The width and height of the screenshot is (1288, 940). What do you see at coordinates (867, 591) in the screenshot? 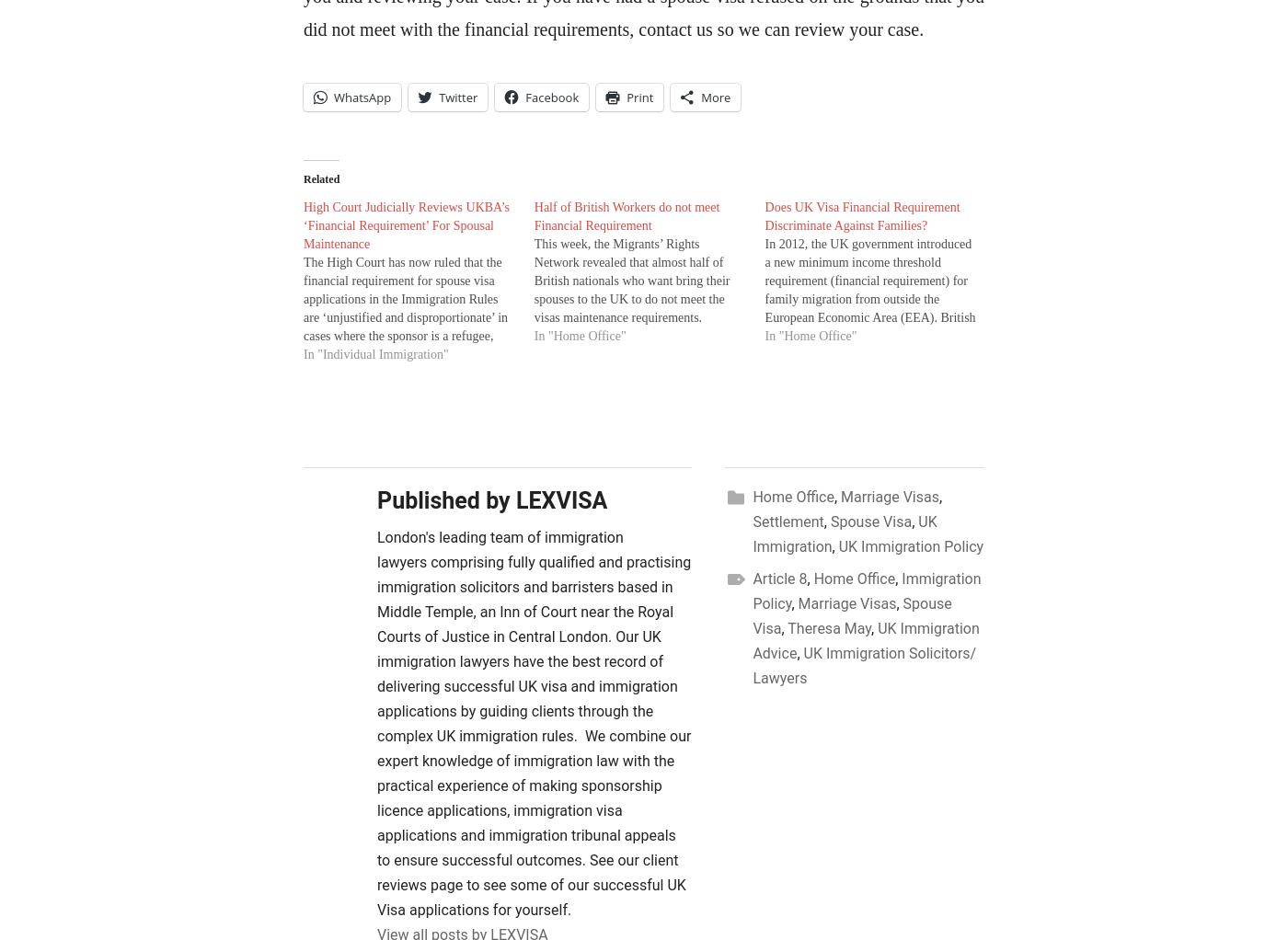
I see `'Immigration Policy'` at bounding box center [867, 591].